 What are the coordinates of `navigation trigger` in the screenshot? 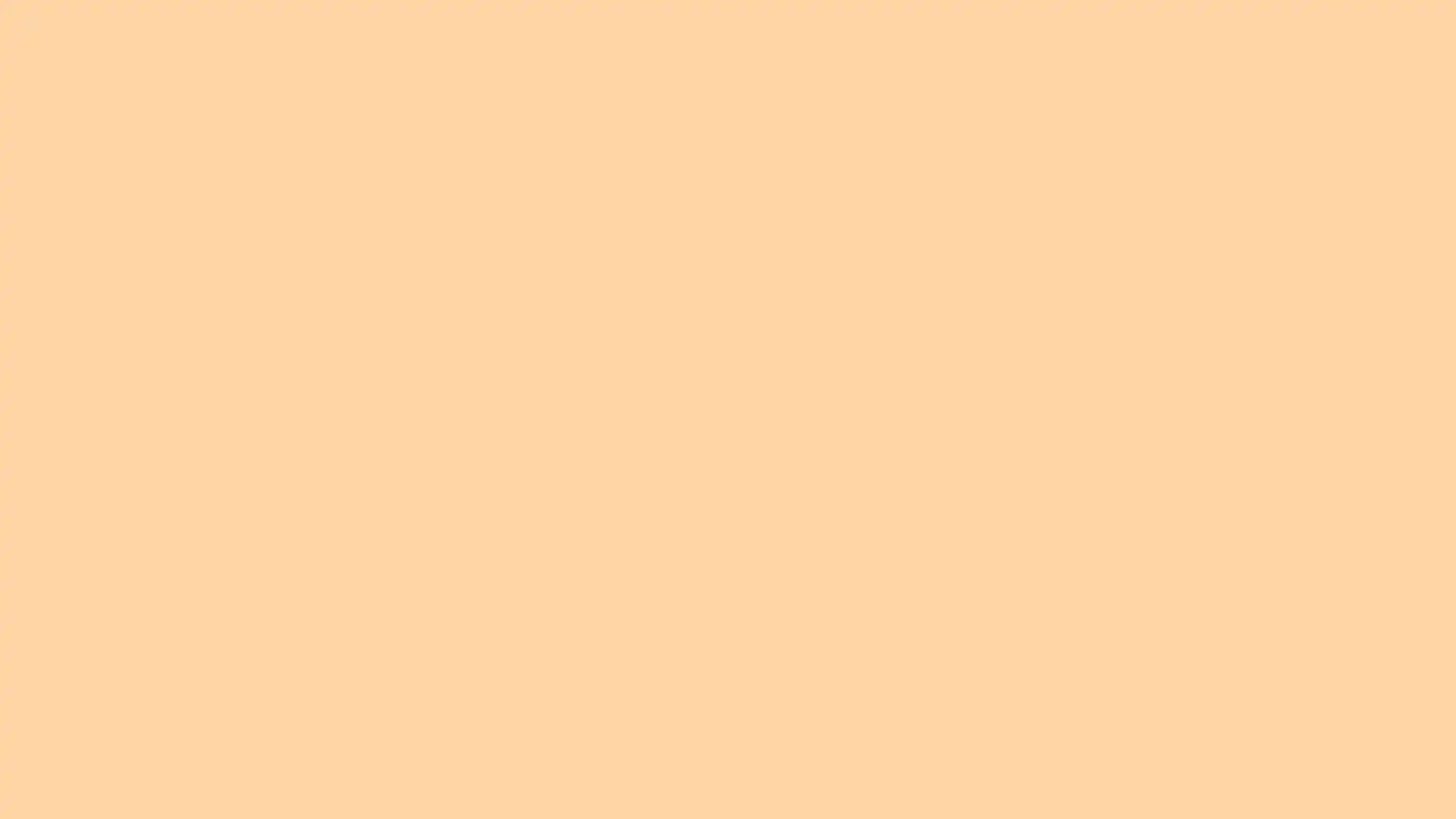 It's located at (1274, 34).